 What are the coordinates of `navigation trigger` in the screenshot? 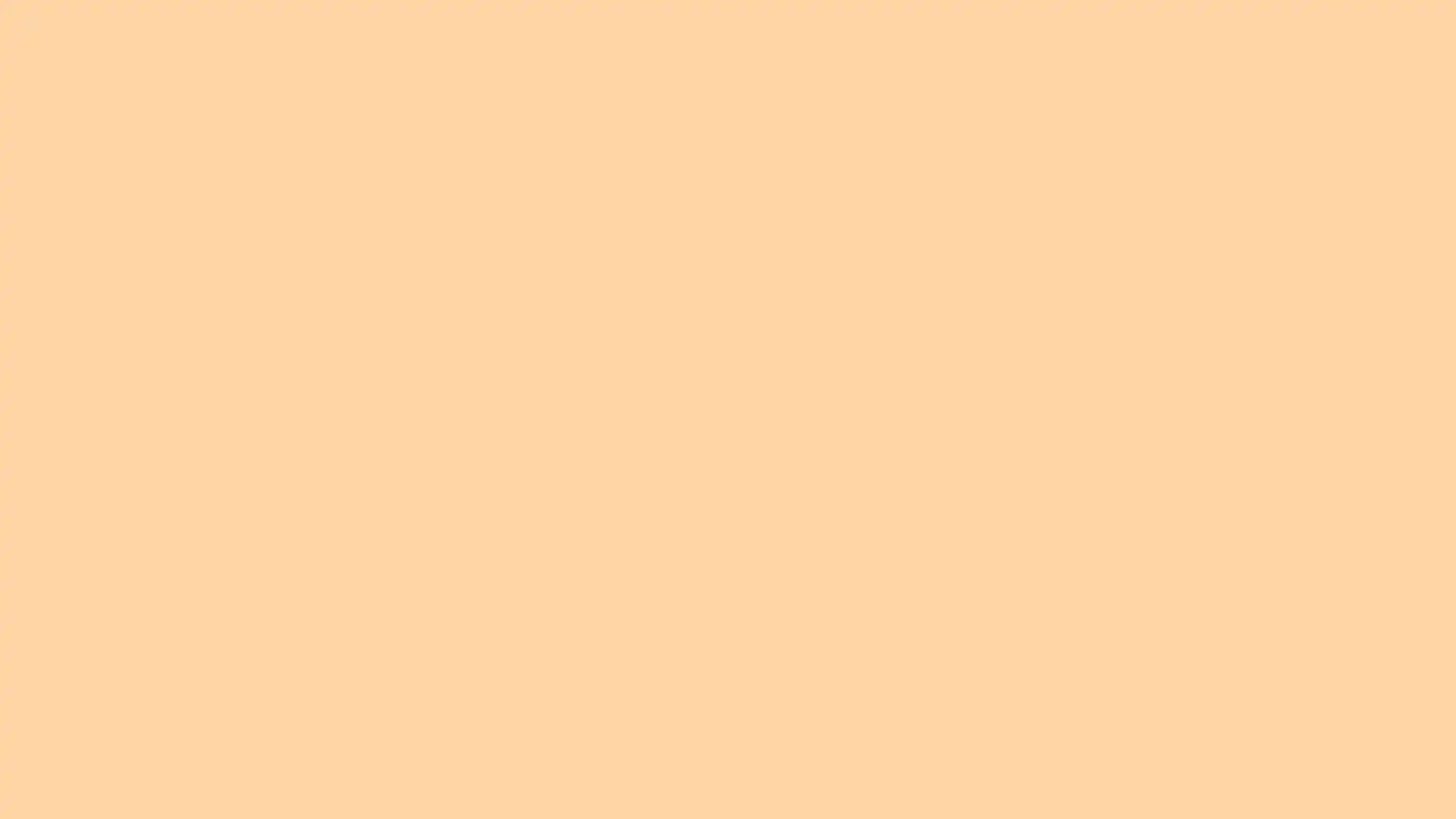 It's located at (1274, 34).